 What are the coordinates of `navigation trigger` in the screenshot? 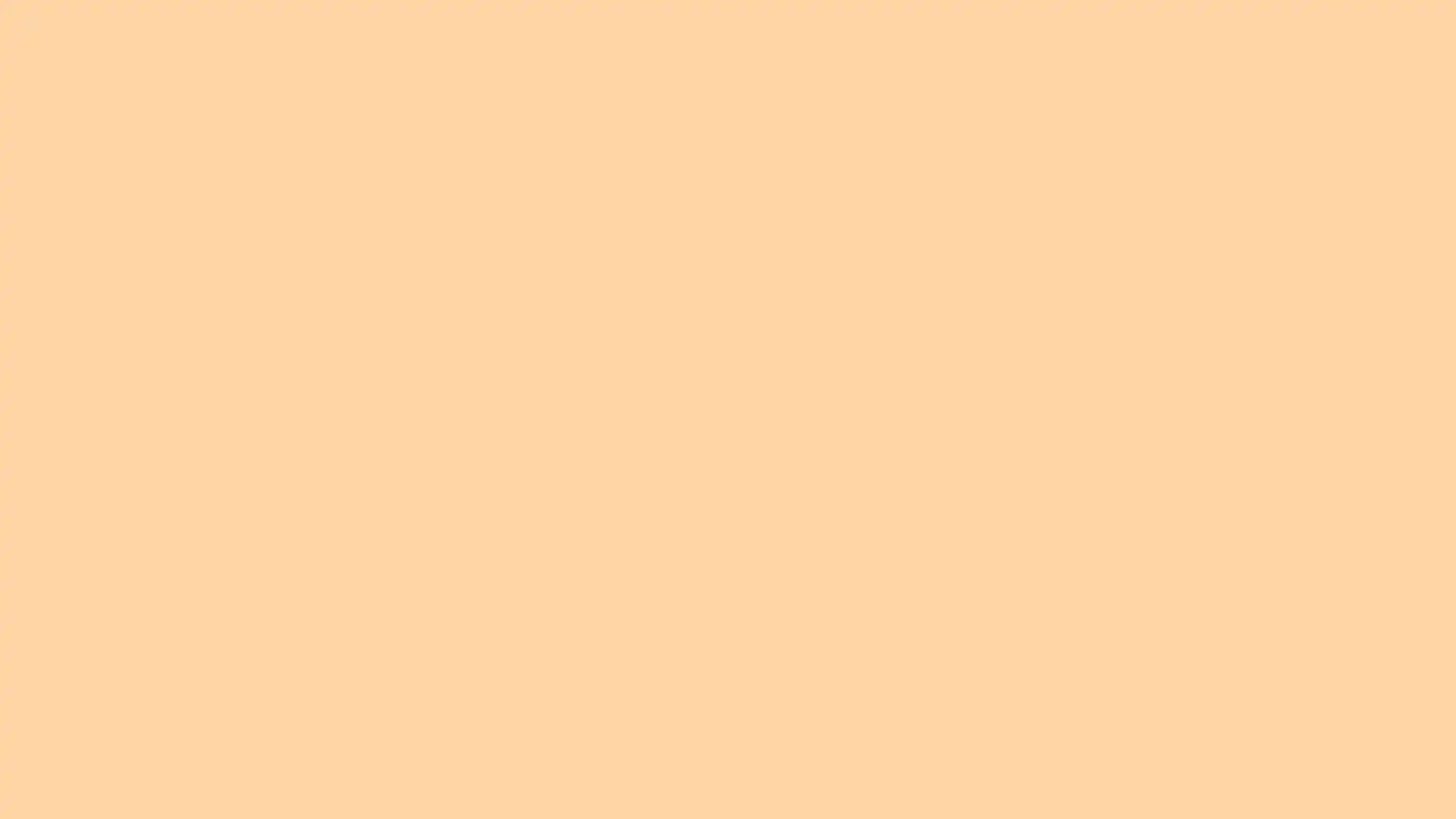 It's located at (1274, 34).